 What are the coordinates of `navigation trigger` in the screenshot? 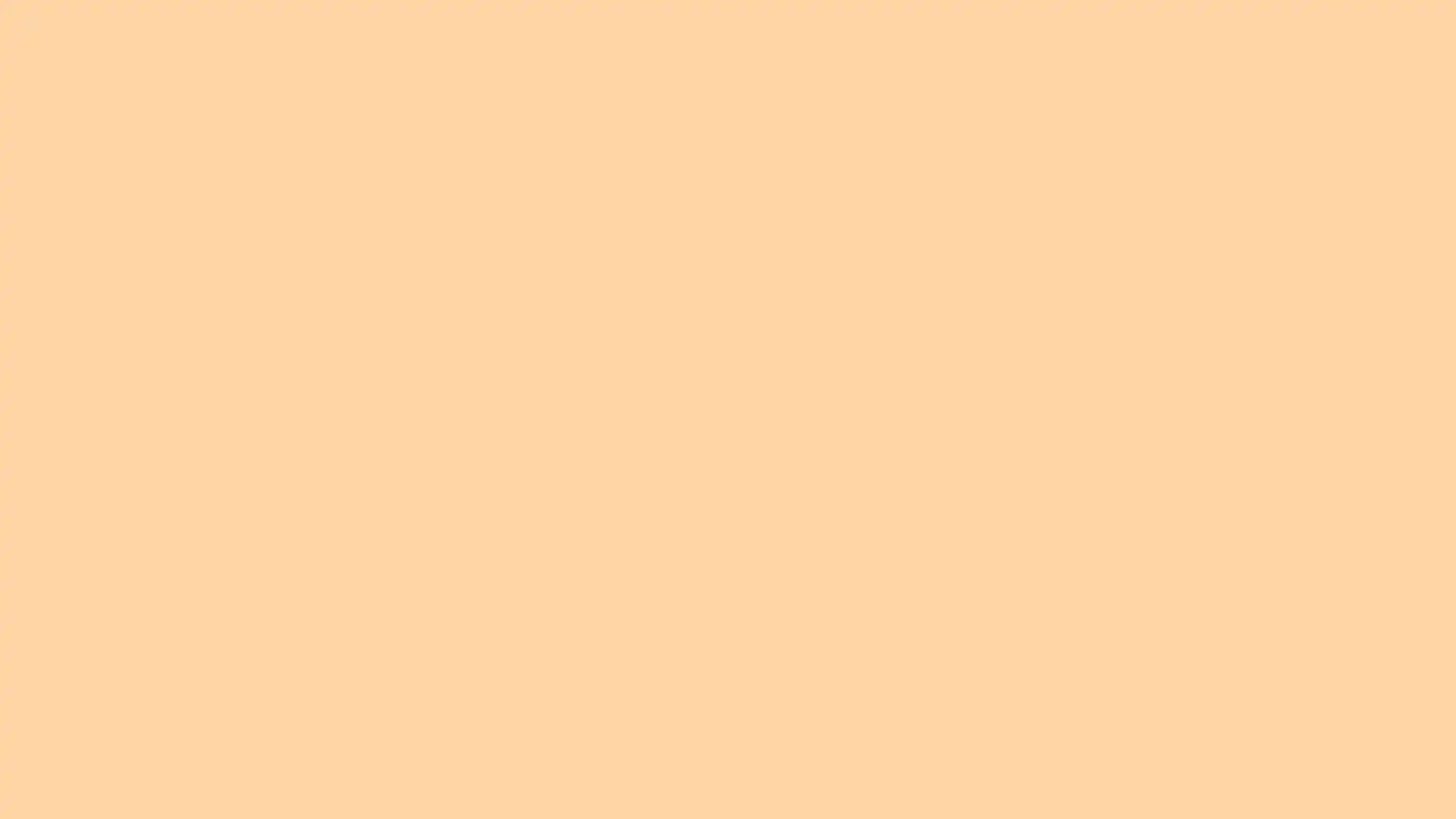 It's located at (1274, 34).